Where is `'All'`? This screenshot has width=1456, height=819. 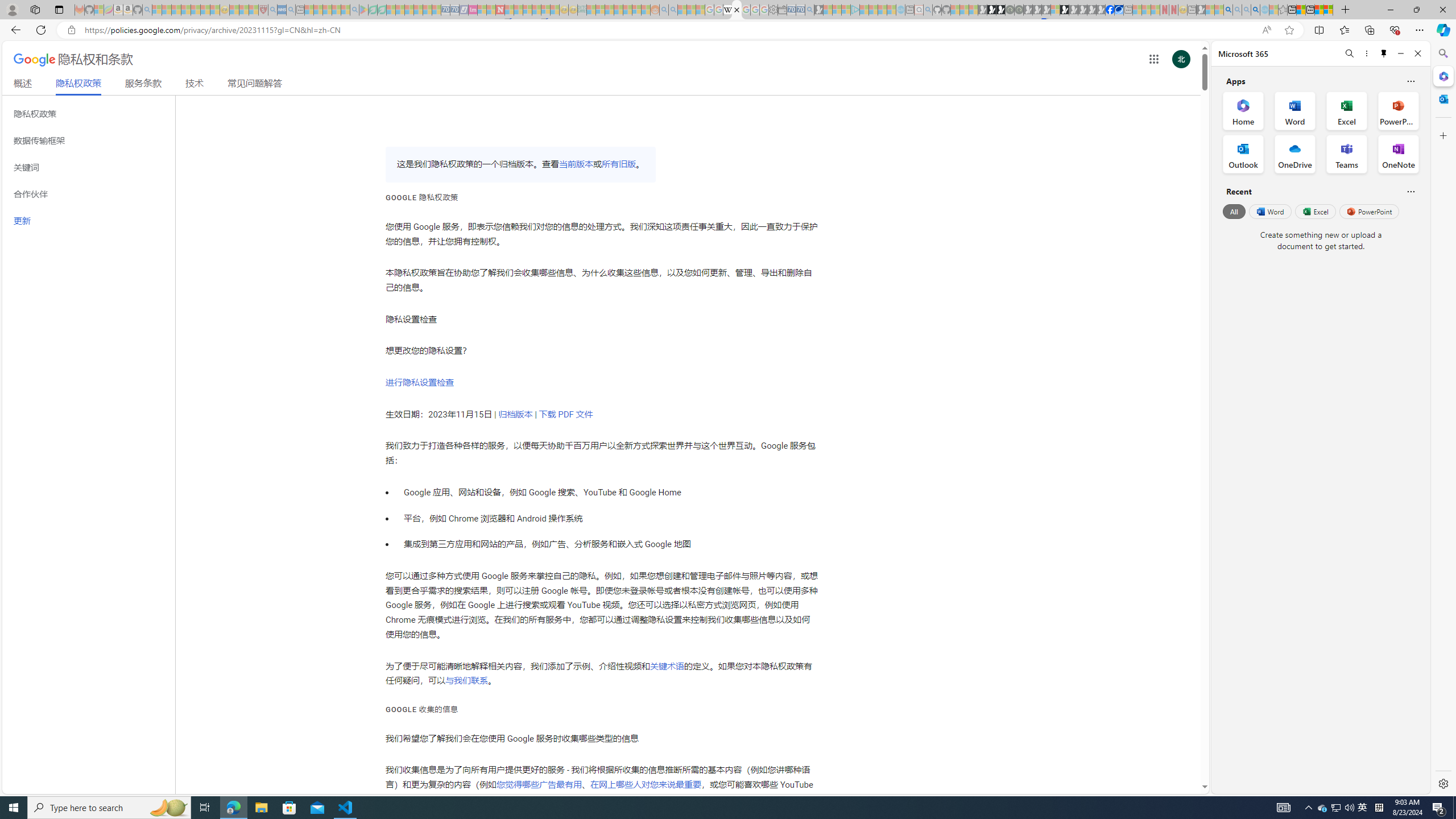
'All' is located at coordinates (1233, 211).